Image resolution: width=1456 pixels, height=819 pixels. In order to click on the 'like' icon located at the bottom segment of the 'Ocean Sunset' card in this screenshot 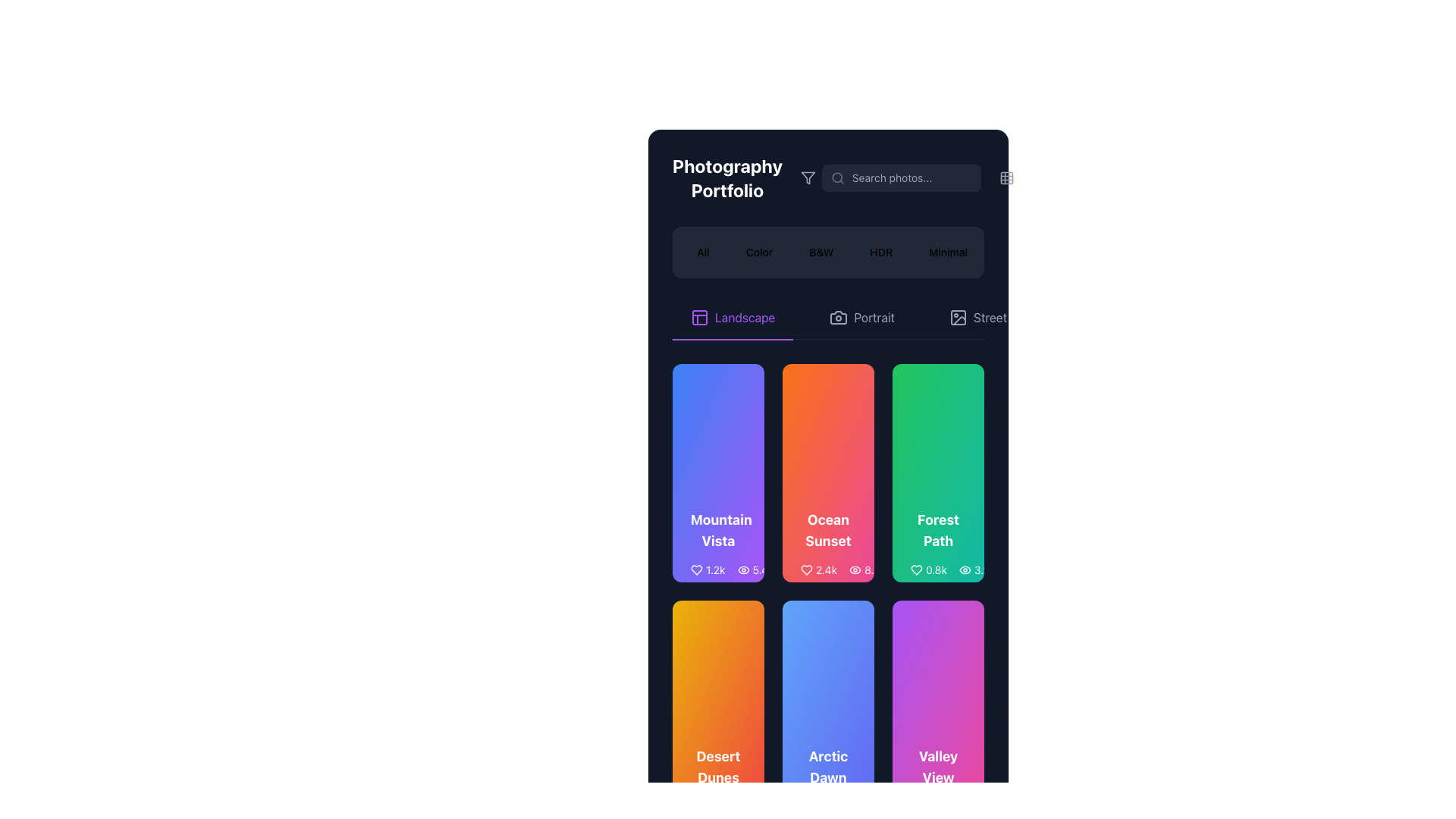, I will do `click(806, 570)`.